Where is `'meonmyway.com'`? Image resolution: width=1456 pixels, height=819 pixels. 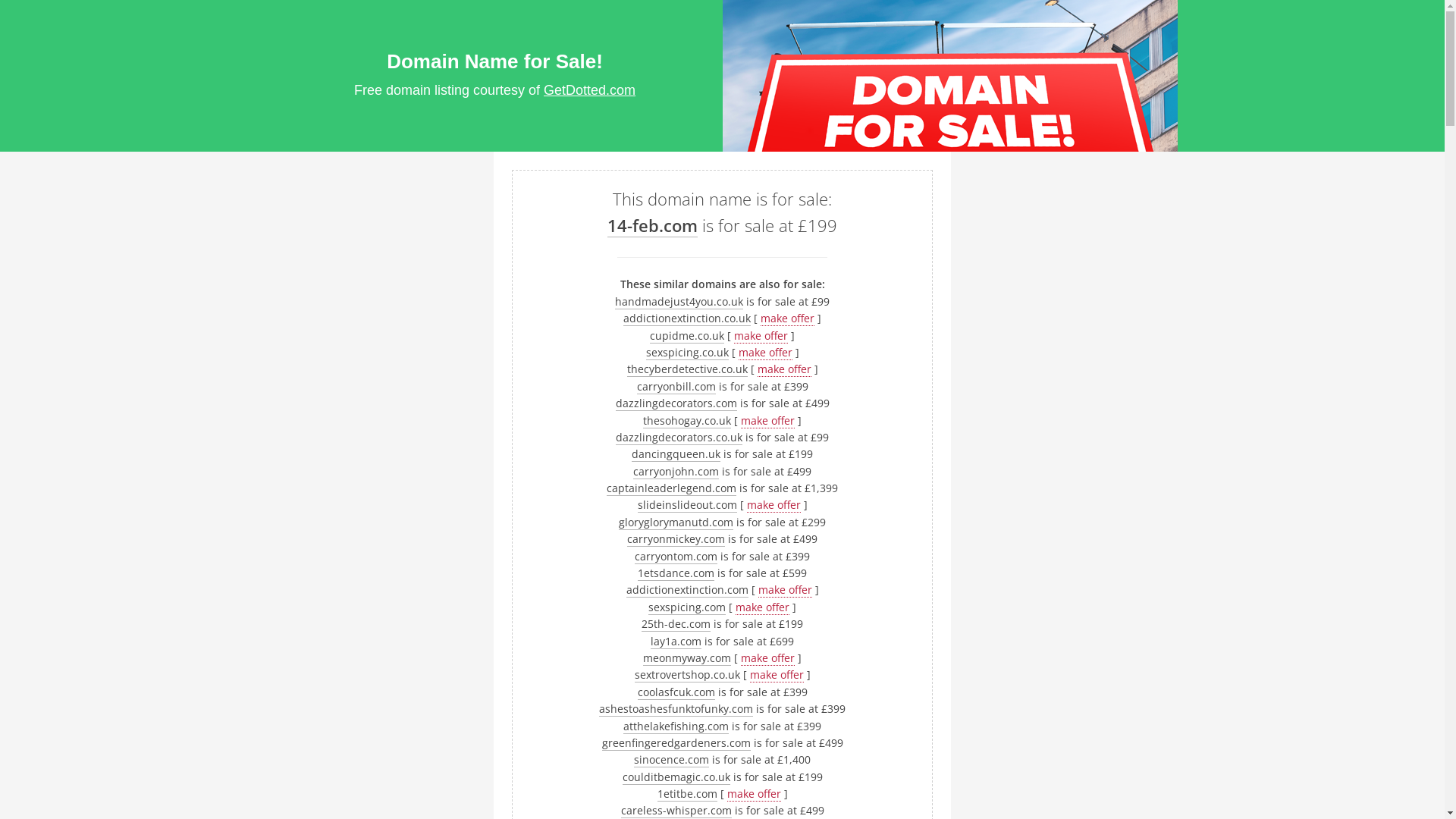
'meonmyway.com' is located at coordinates (643, 657).